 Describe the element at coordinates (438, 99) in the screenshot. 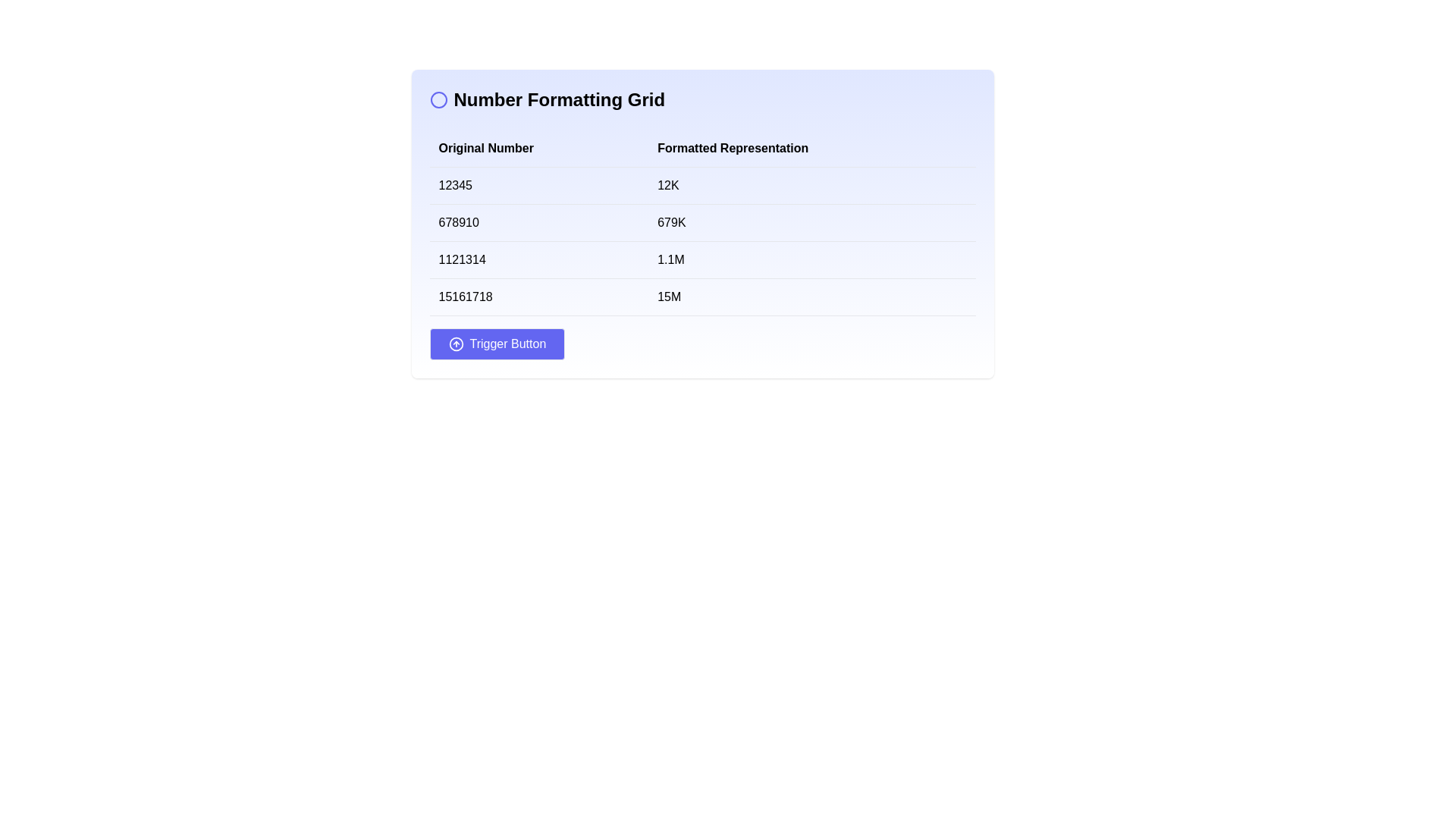

I see `the circular indigo icon located to the left of the 'Number Formatting Grid' heading` at that location.